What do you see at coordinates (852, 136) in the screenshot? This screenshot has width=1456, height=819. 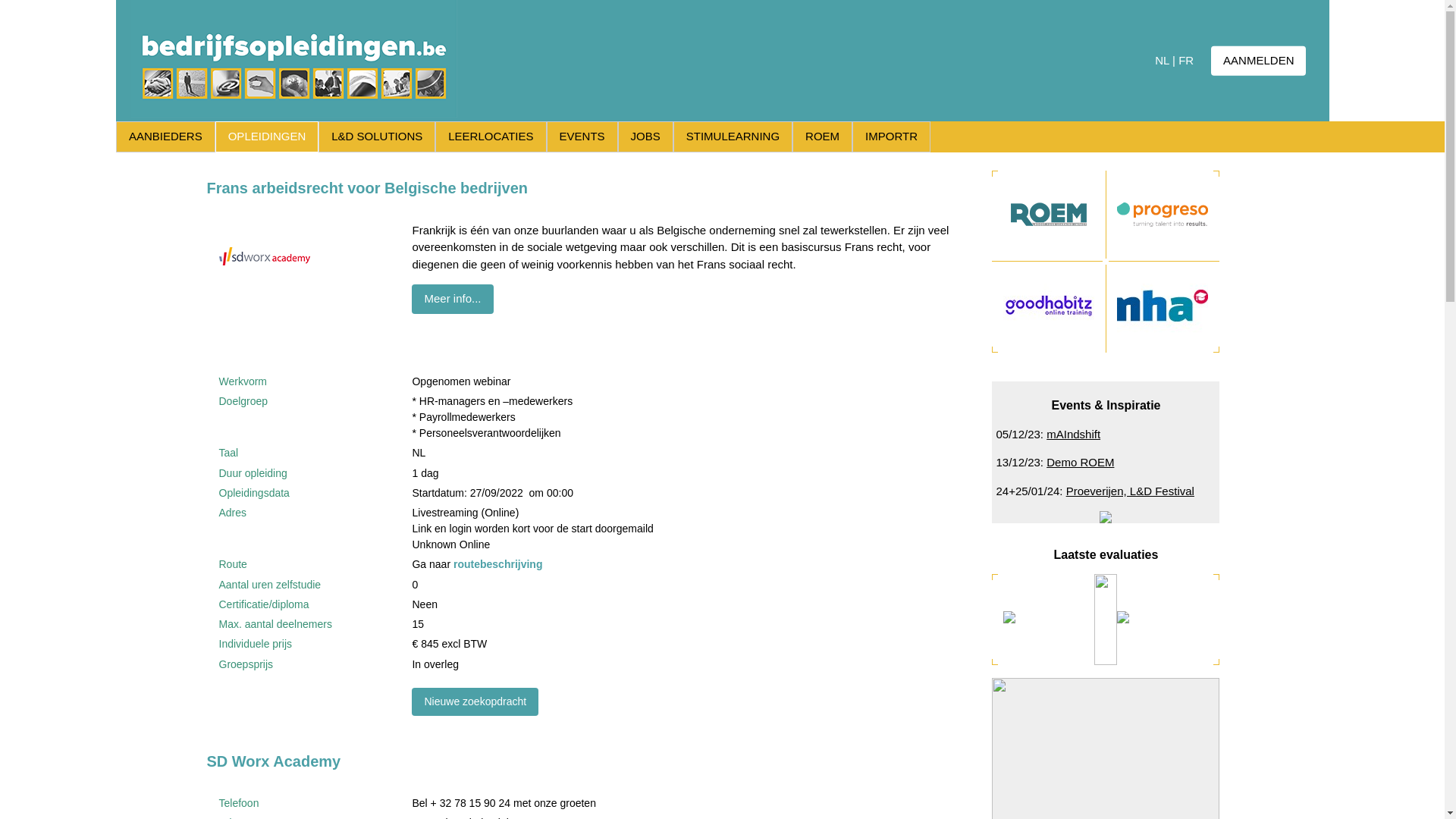 I see `'IMPORTR'` at bounding box center [852, 136].